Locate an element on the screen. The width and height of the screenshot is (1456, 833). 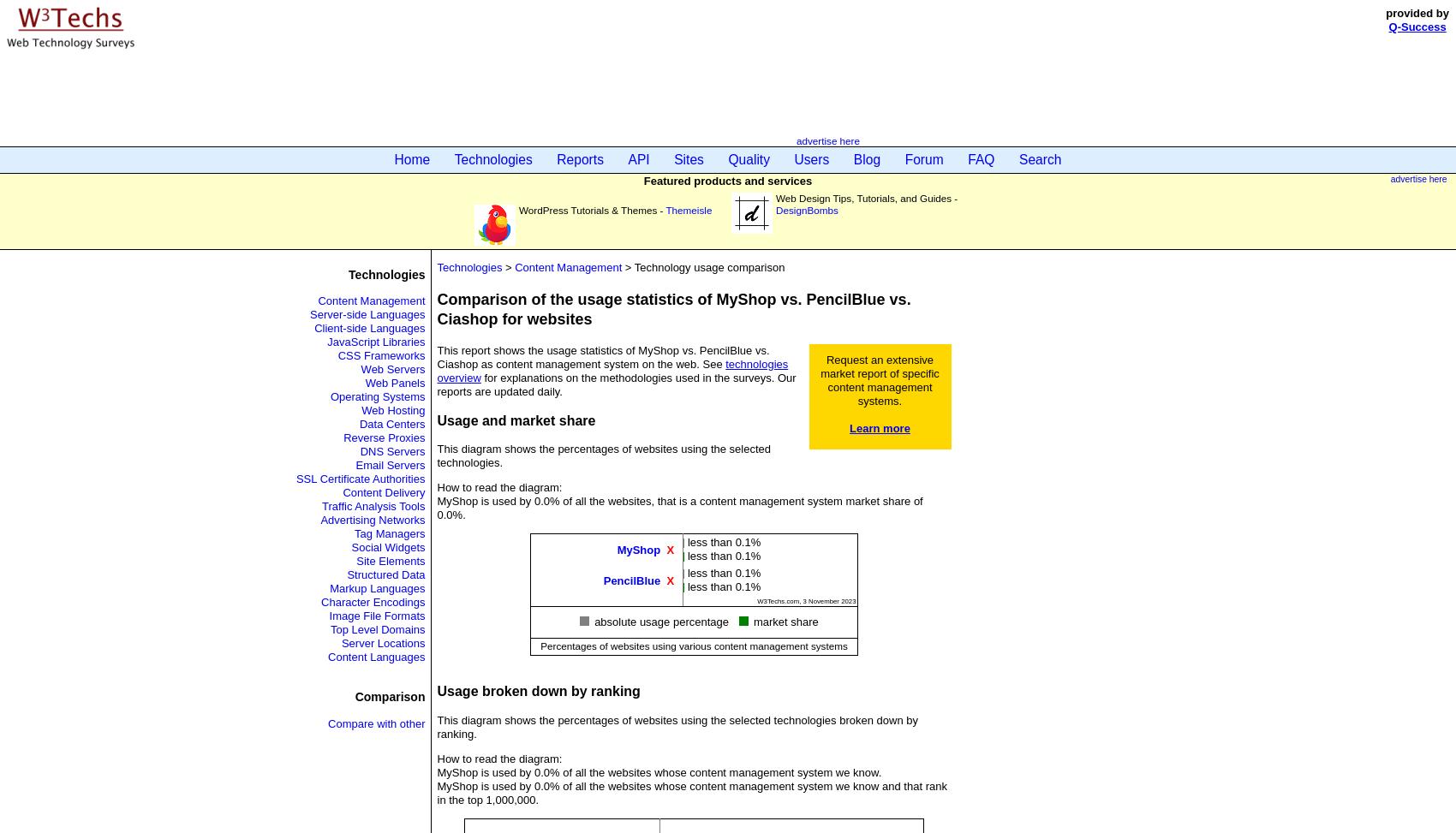
'Learn more' is located at coordinates (848, 426).